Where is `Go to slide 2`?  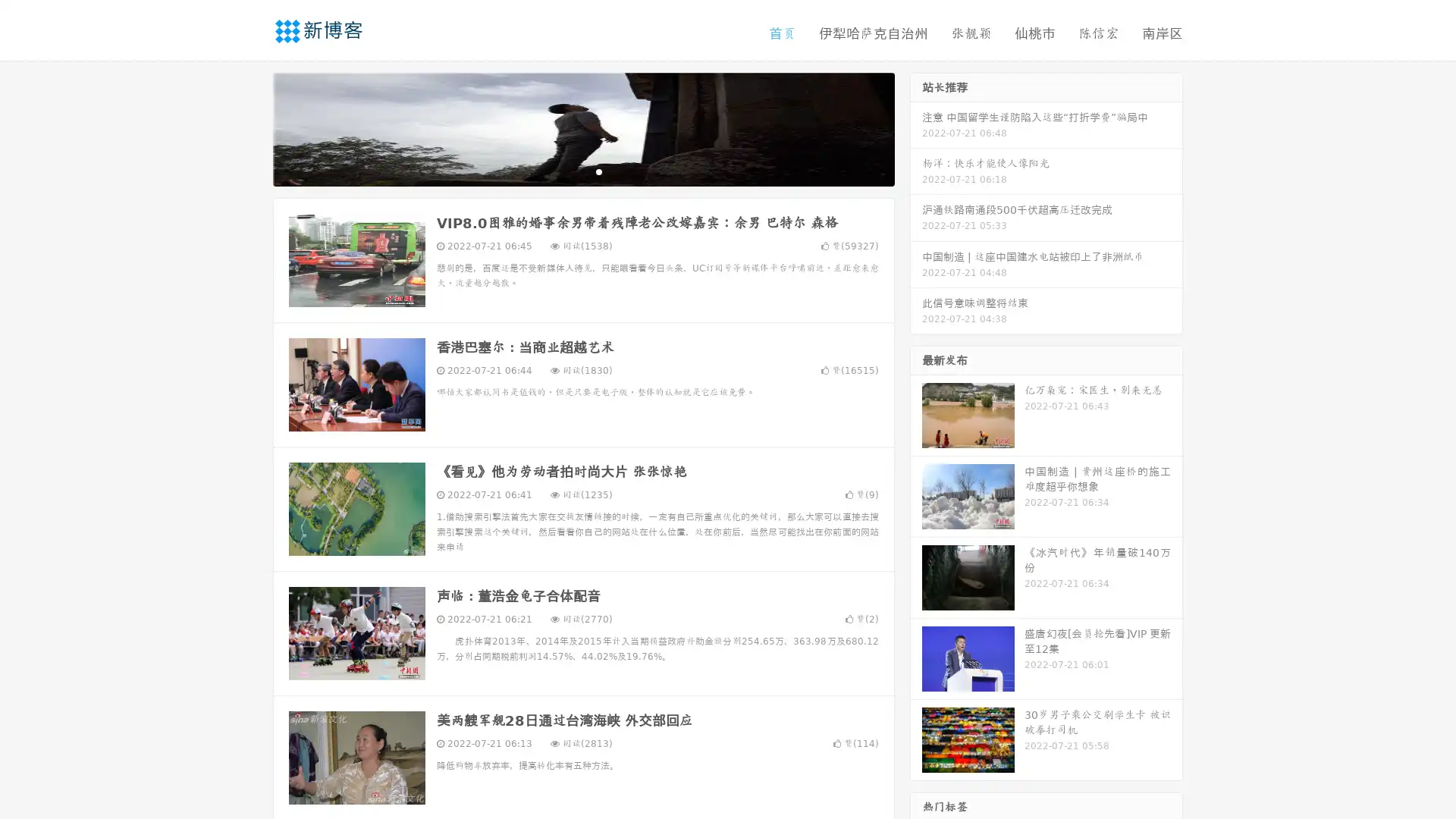
Go to slide 2 is located at coordinates (582, 171).